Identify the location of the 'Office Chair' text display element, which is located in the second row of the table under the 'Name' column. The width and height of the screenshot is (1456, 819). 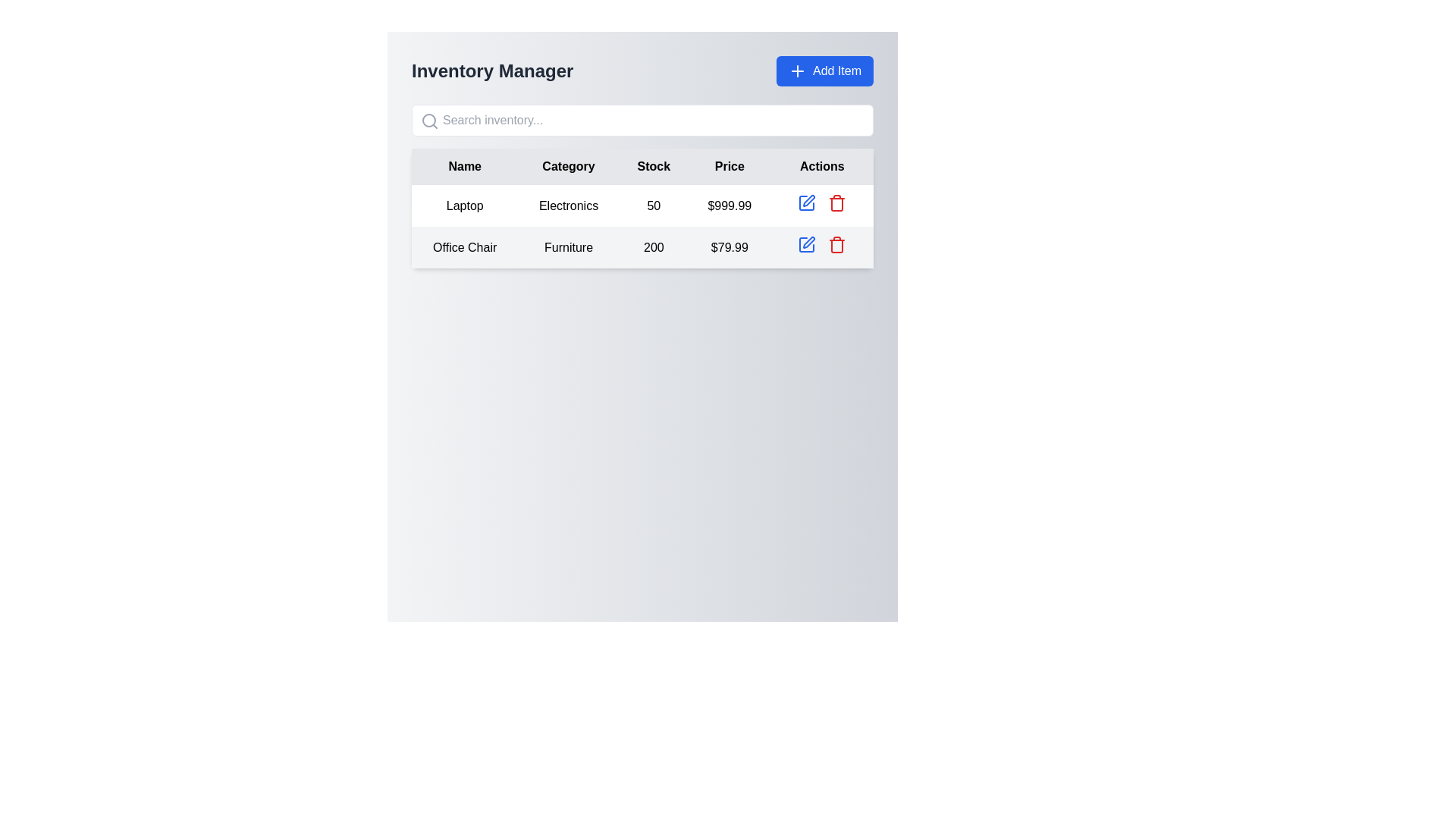
(464, 246).